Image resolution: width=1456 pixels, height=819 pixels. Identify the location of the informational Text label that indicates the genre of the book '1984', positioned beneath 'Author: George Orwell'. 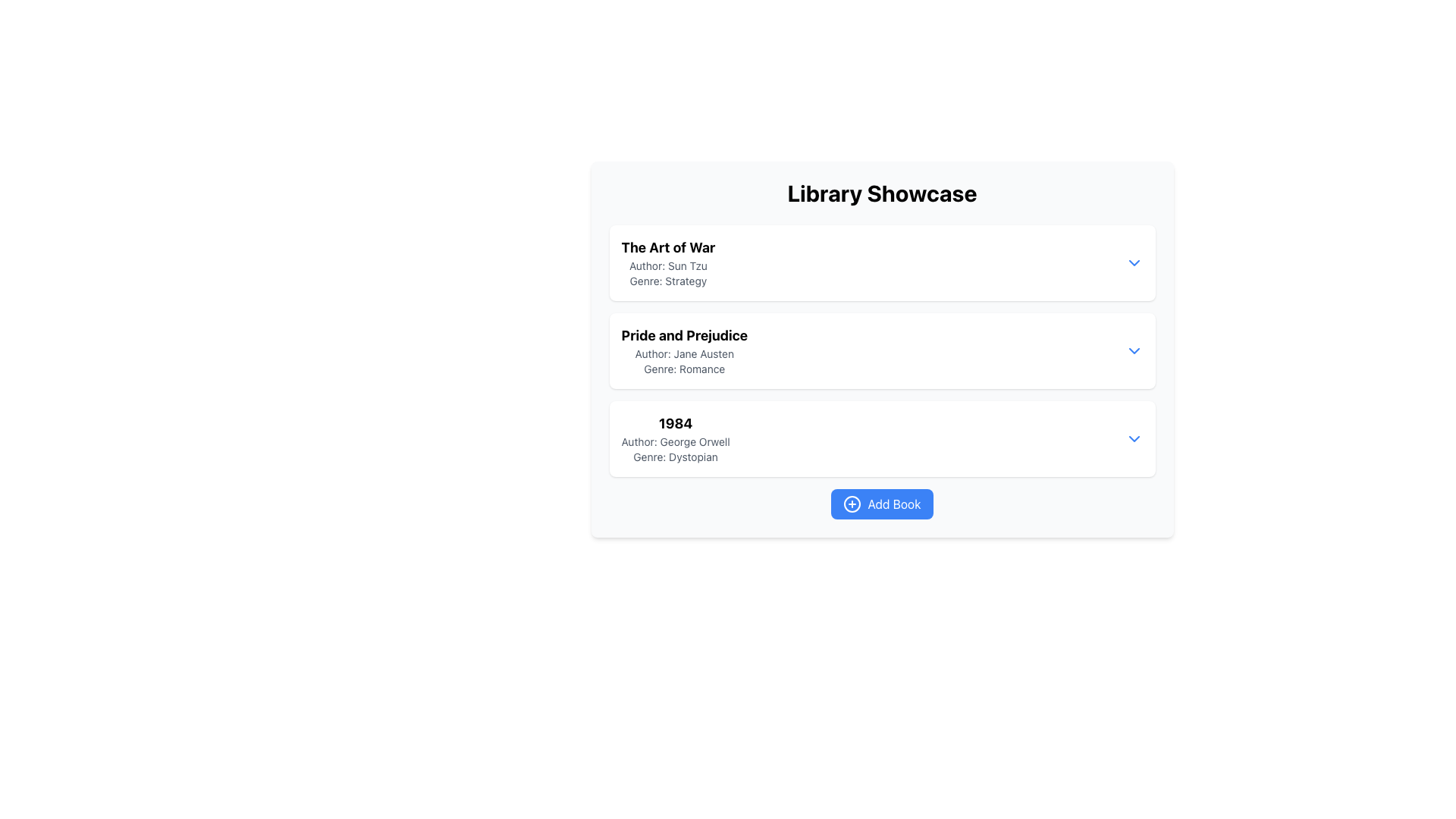
(675, 456).